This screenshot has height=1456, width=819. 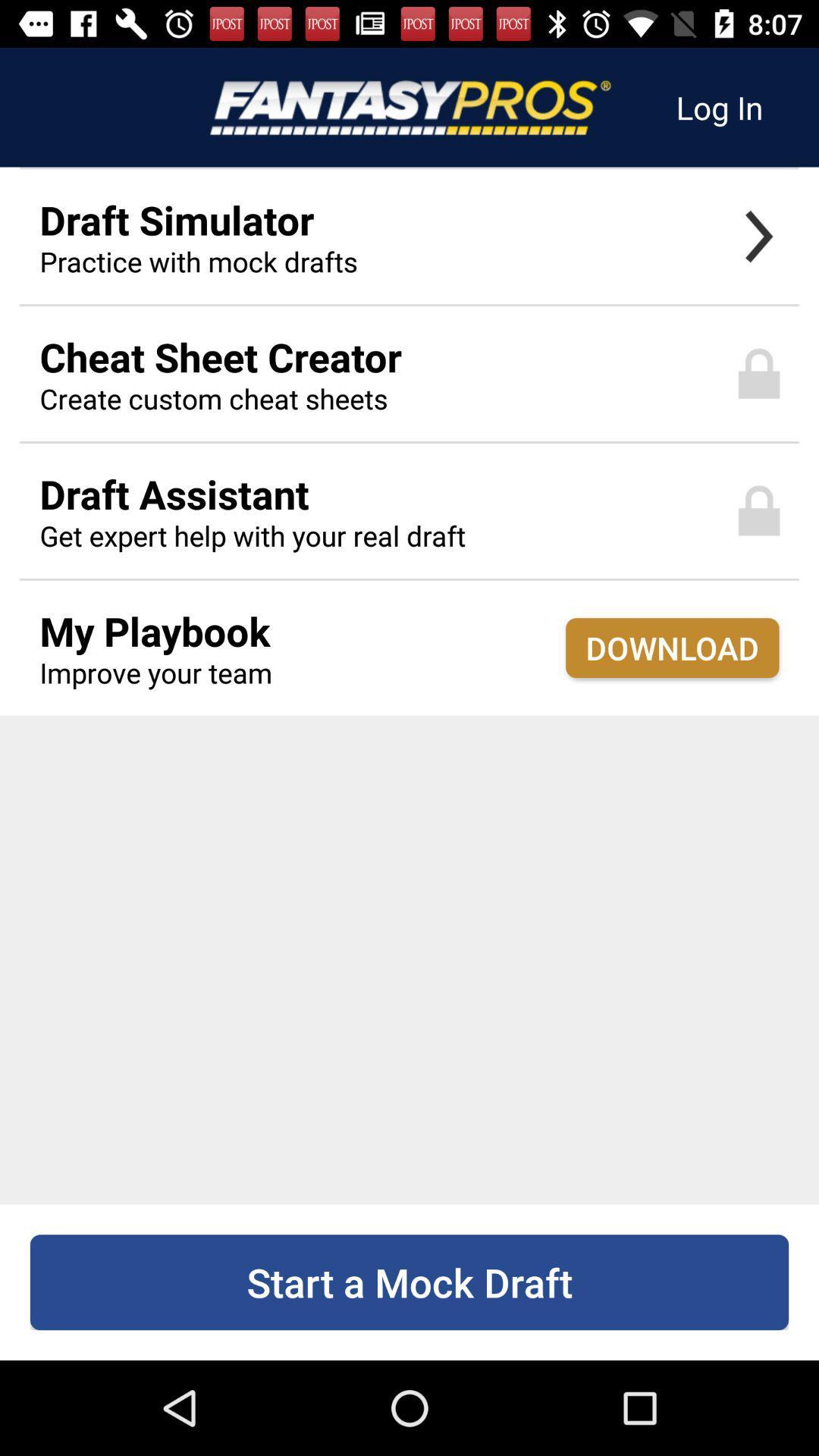 I want to click on the app next to my playbook app, so click(x=671, y=648).